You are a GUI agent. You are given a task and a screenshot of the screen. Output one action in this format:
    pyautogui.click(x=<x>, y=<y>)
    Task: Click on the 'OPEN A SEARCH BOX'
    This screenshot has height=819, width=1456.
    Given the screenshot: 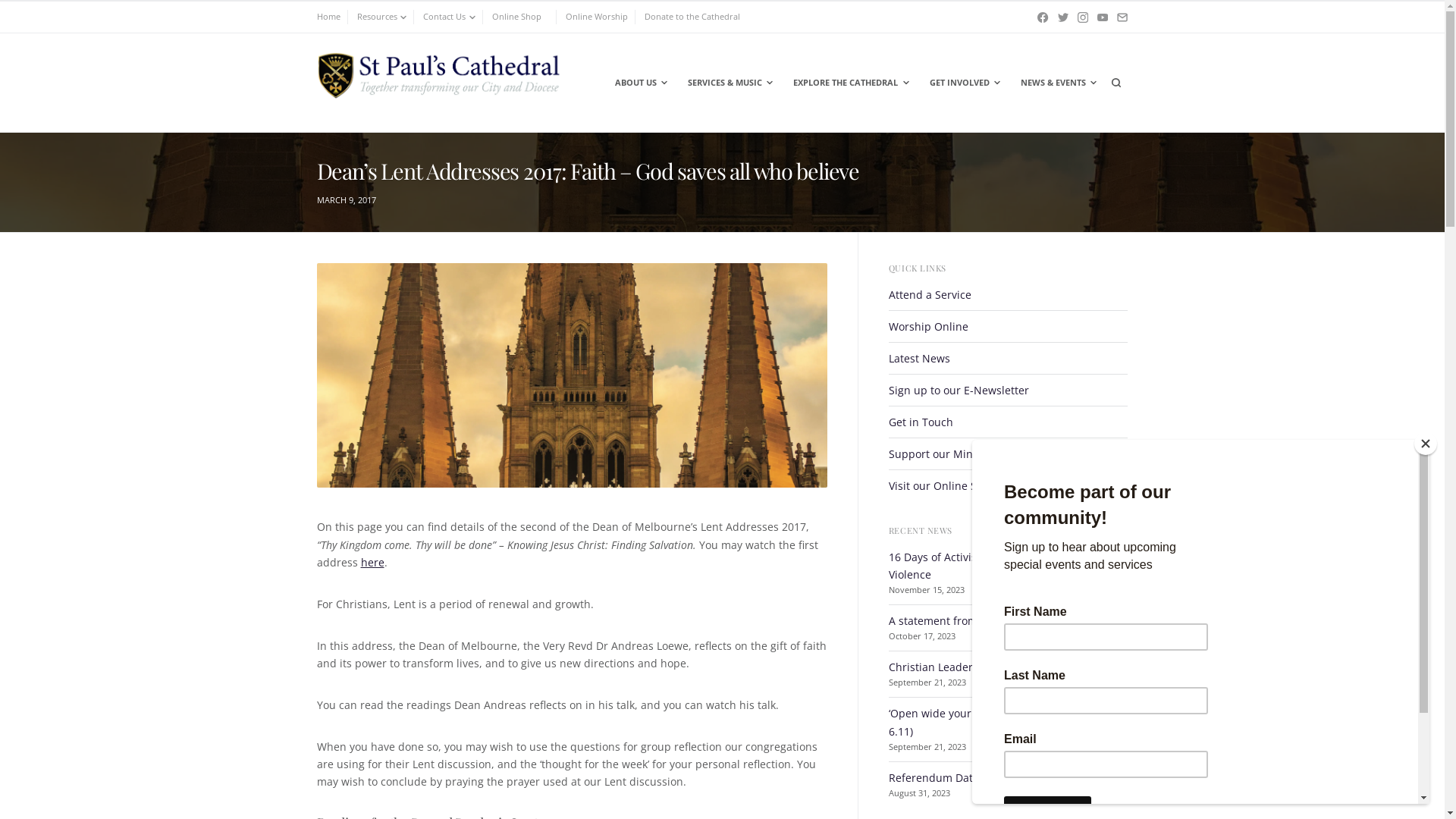 What is the action you would take?
    pyautogui.click(x=1115, y=82)
    